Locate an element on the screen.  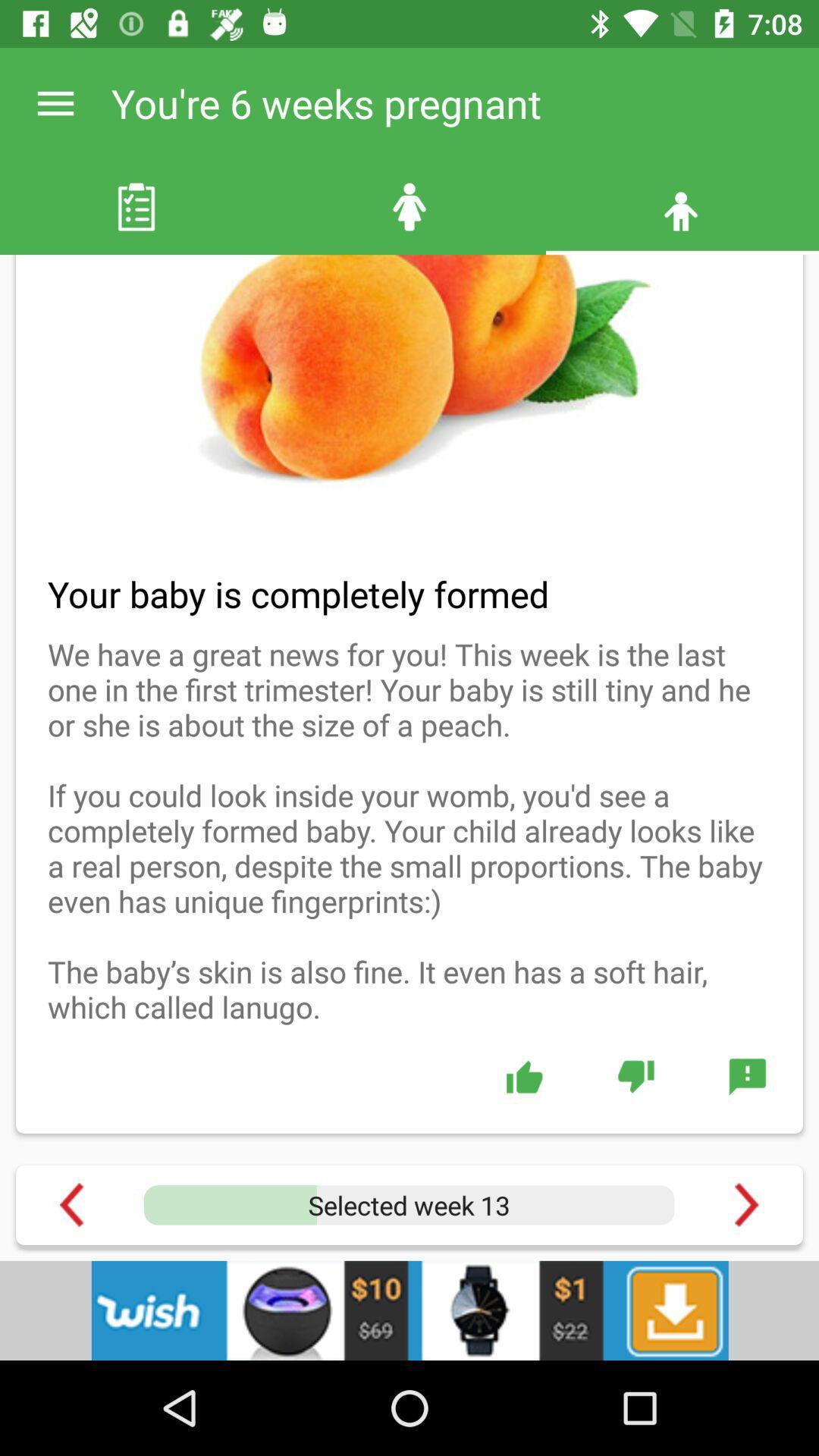
the icon above the forward arrow button on the web page is located at coordinates (746, 1076).